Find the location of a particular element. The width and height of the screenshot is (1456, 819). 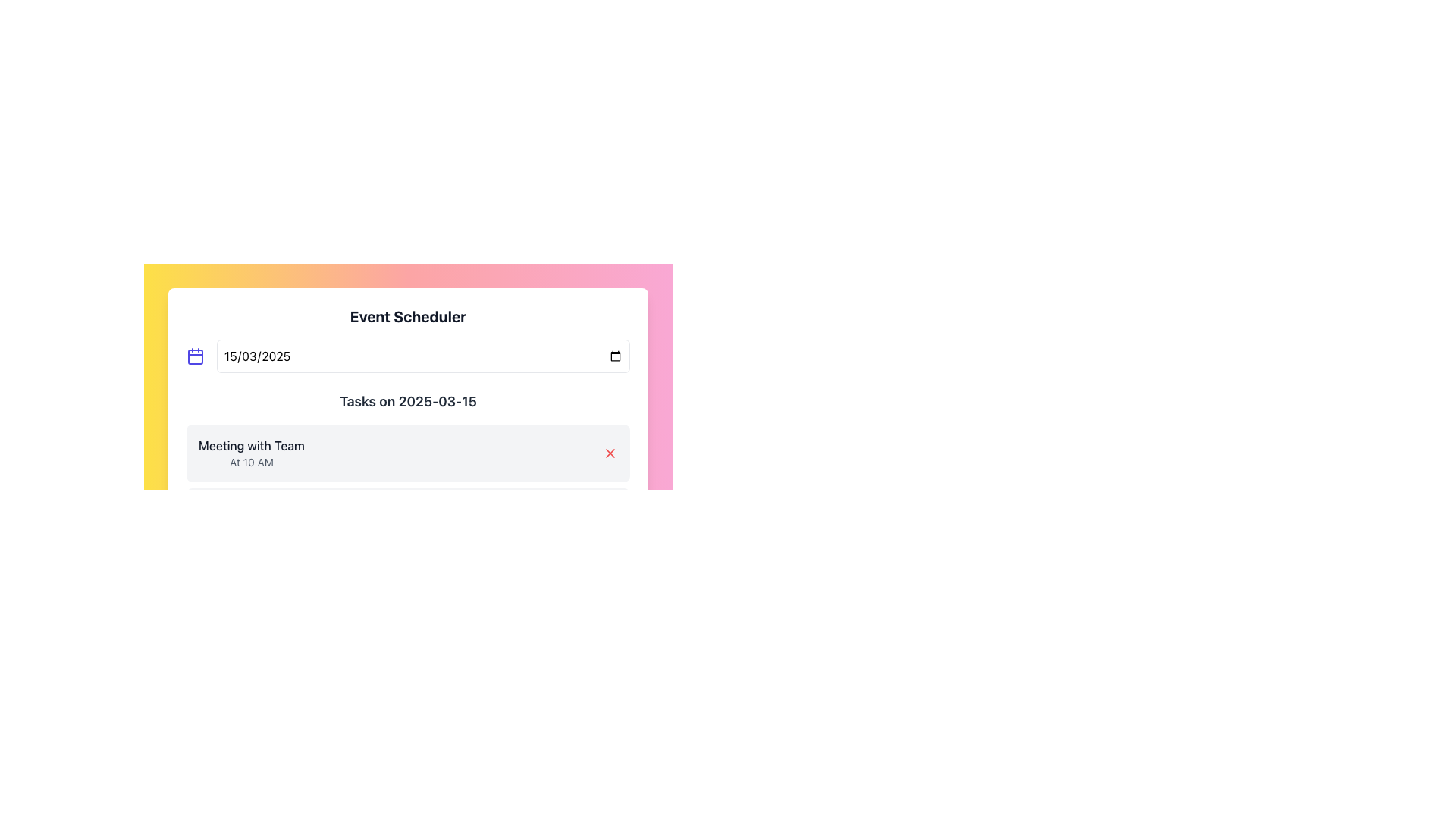

the text label displaying the time information 'At 10 AM', located directly below the main label 'Meeting with Team' is located at coordinates (251, 461).